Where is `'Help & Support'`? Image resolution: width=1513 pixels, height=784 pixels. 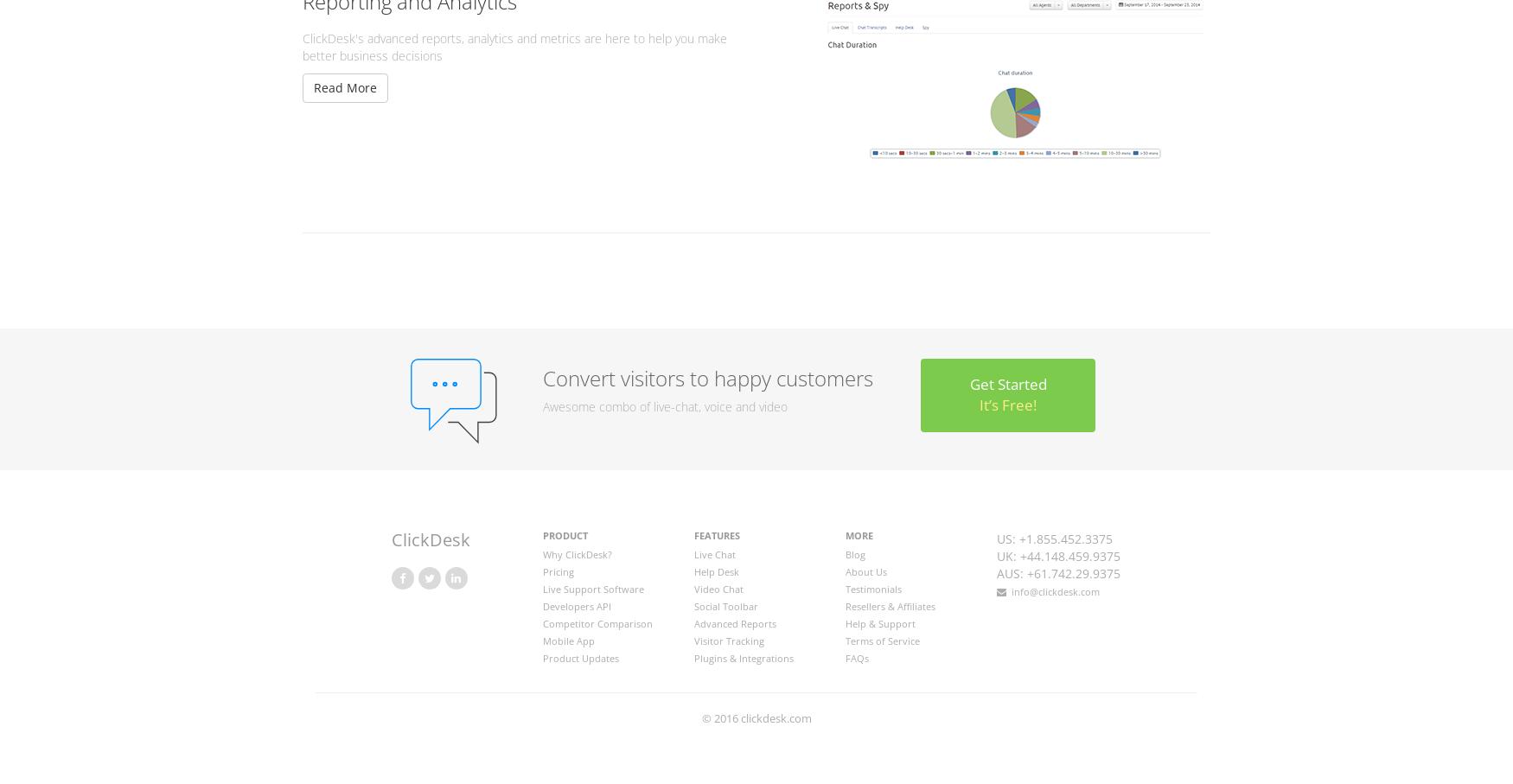
'Help & Support' is located at coordinates (878, 622).